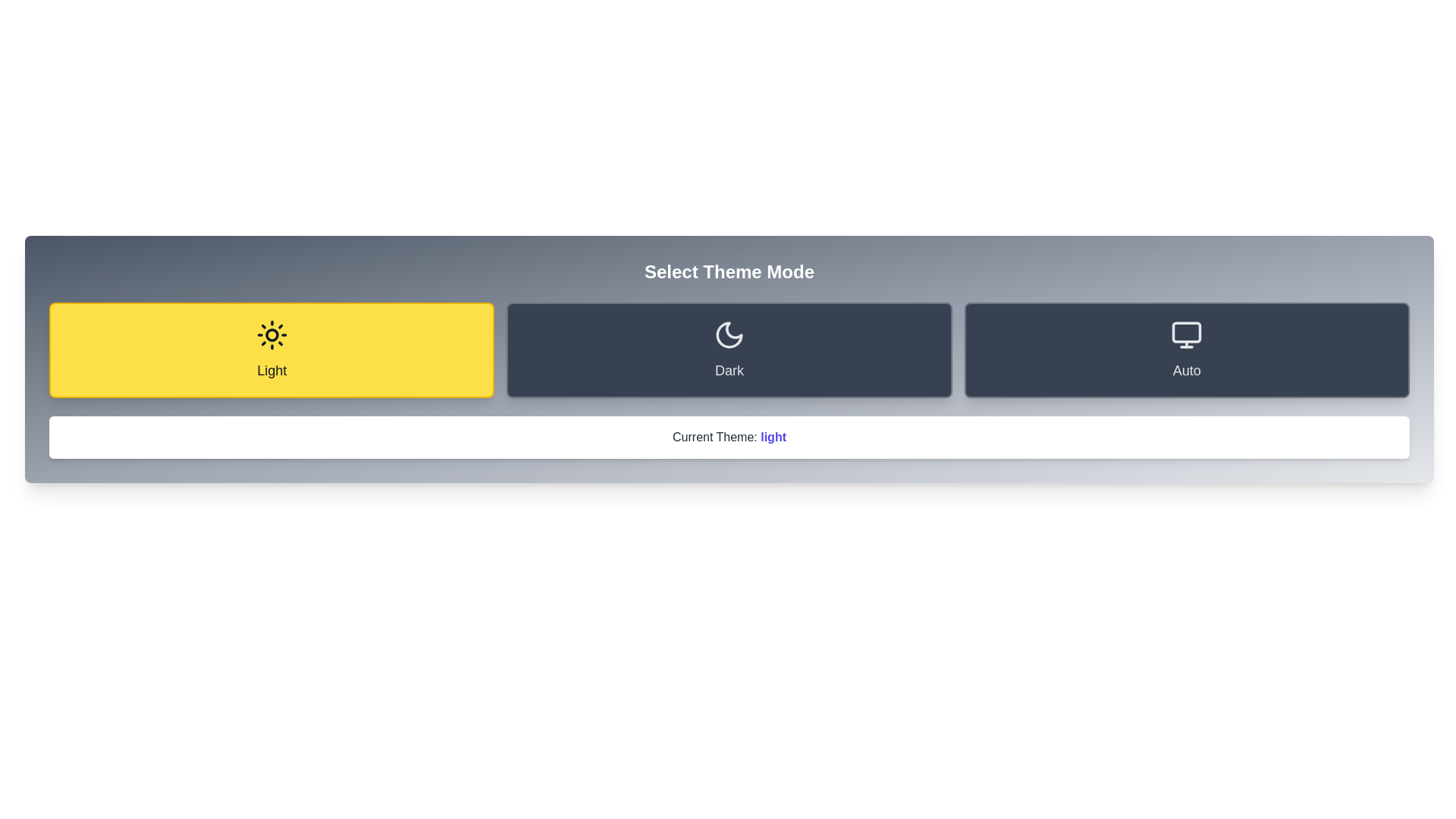 This screenshot has height=819, width=1456. Describe the element at coordinates (1186, 371) in the screenshot. I see `the 'Auto' label, which is the last card on the right, indicating the automatic theme mode in the application, located at the bottom center of the card beneath a monitor icon` at that location.